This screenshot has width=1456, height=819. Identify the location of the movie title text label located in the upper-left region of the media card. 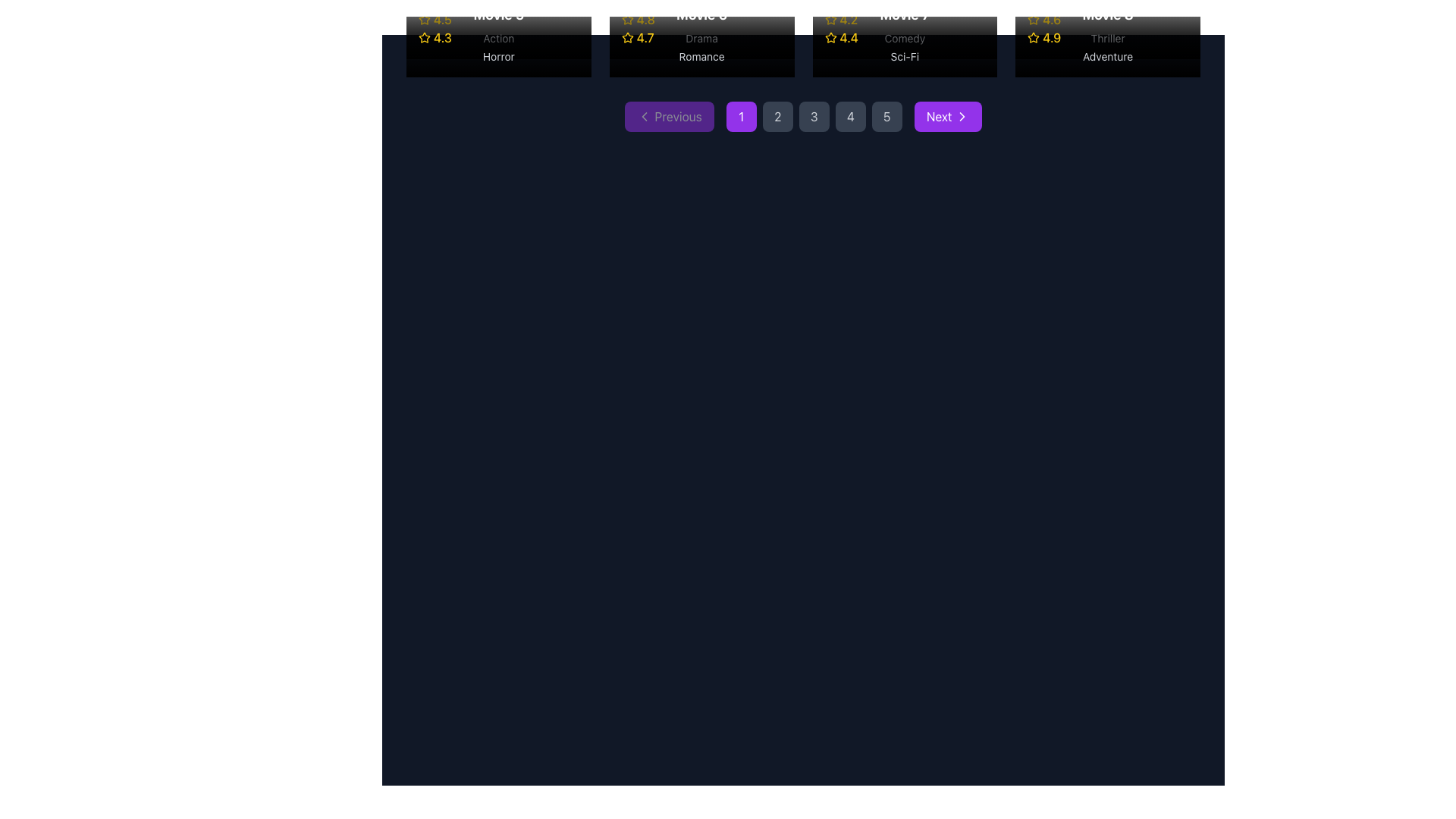
(1107, 14).